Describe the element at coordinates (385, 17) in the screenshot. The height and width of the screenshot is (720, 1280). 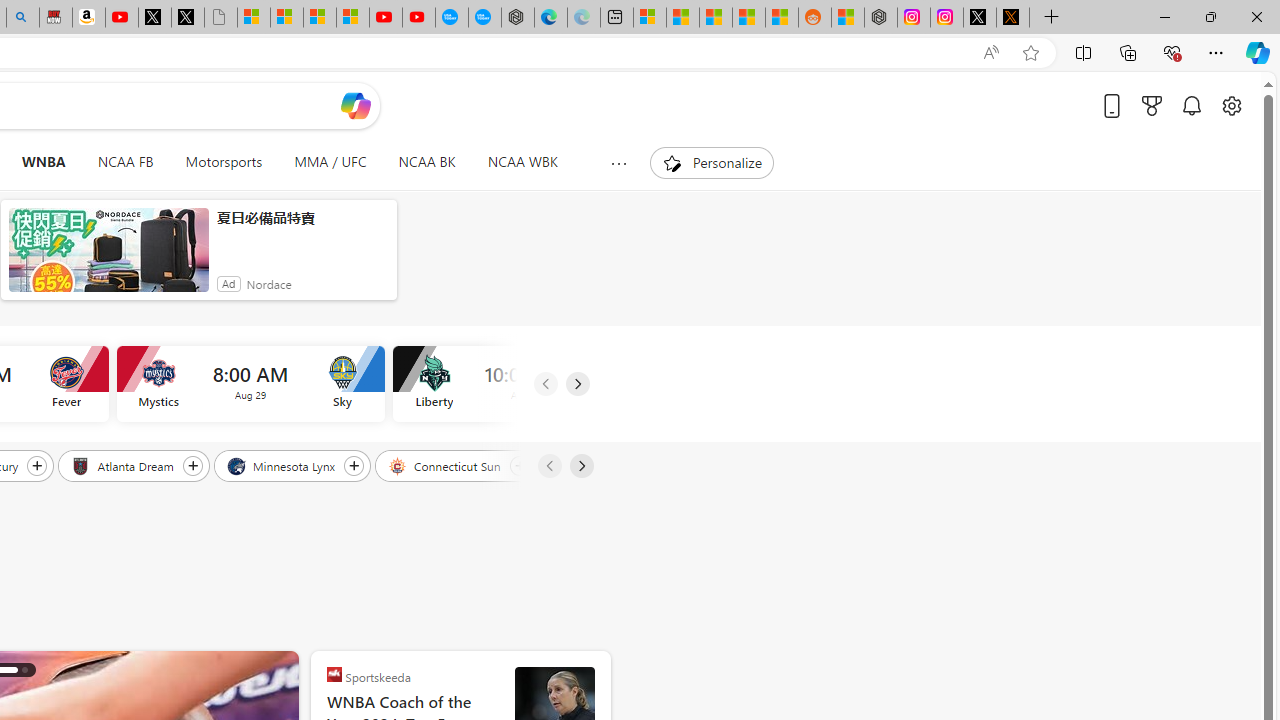
I see `'Gloom - YouTube'` at that location.